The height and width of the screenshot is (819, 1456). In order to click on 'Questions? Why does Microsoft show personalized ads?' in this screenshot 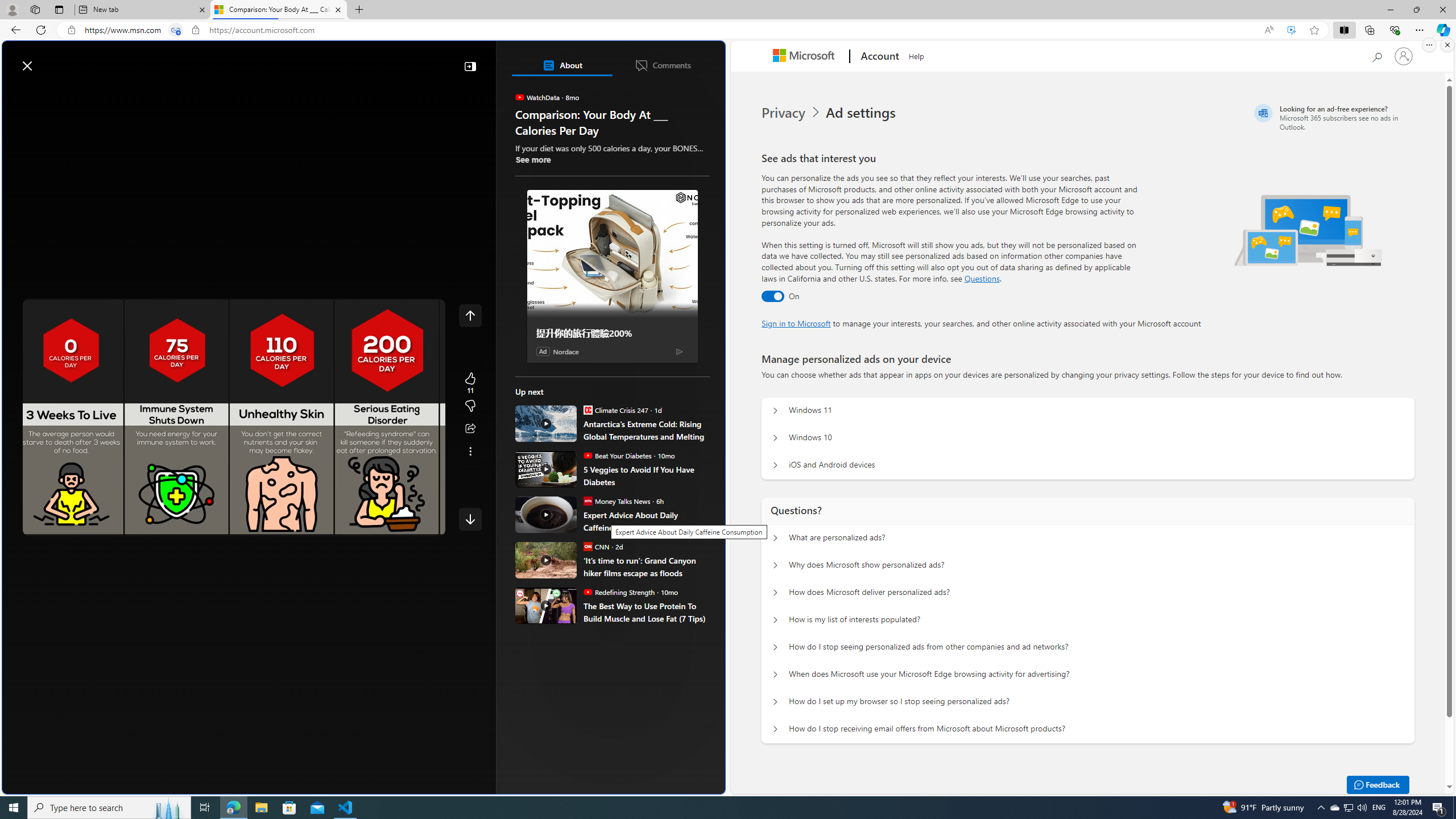, I will do `click(775, 566)`.